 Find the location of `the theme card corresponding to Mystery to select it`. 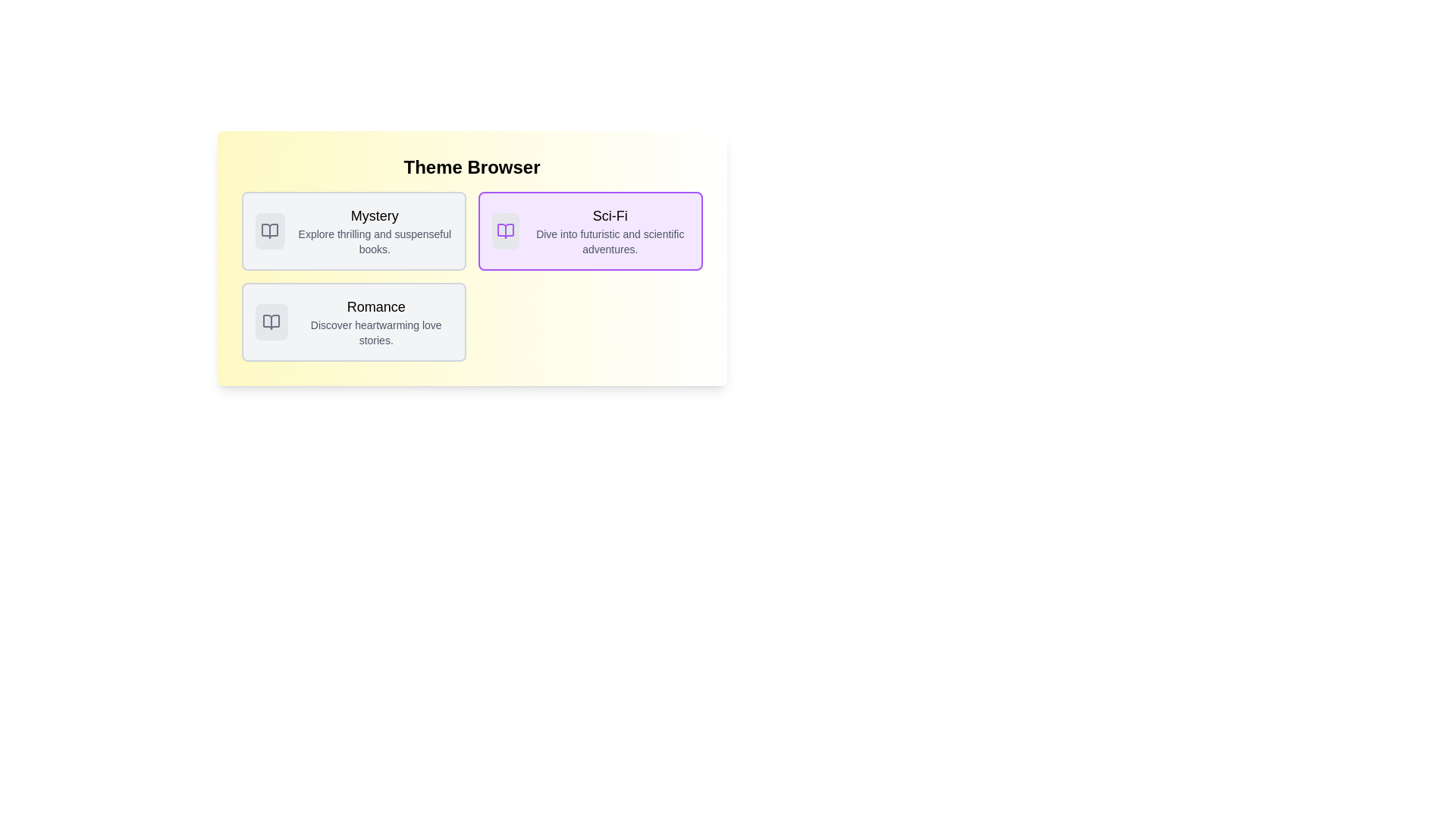

the theme card corresponding to Mystery to select it is located at coordinates (353, 231).